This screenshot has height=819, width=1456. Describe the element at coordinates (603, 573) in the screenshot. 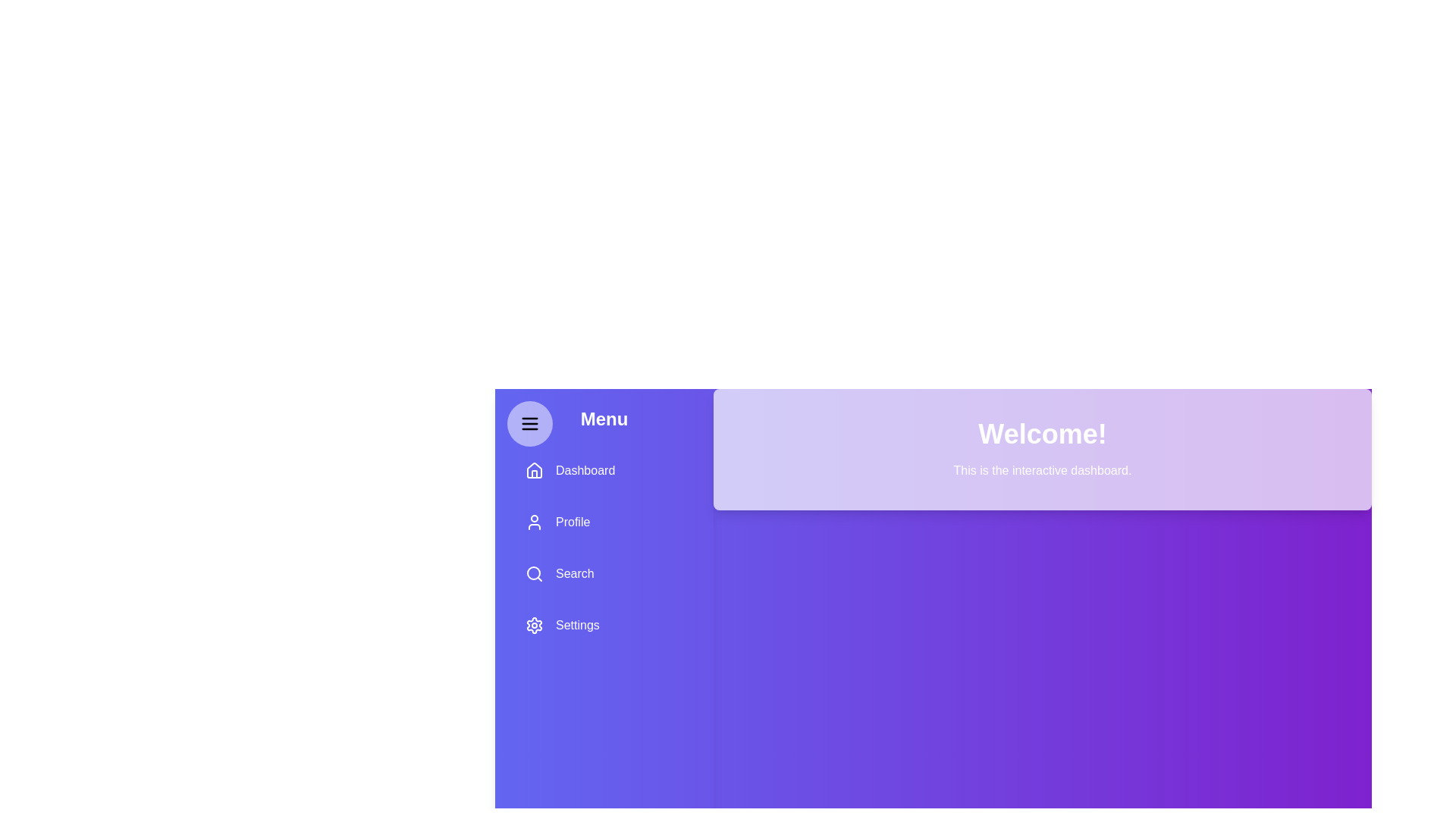

I see `the menu item Search to observe its hover effect` at that location.